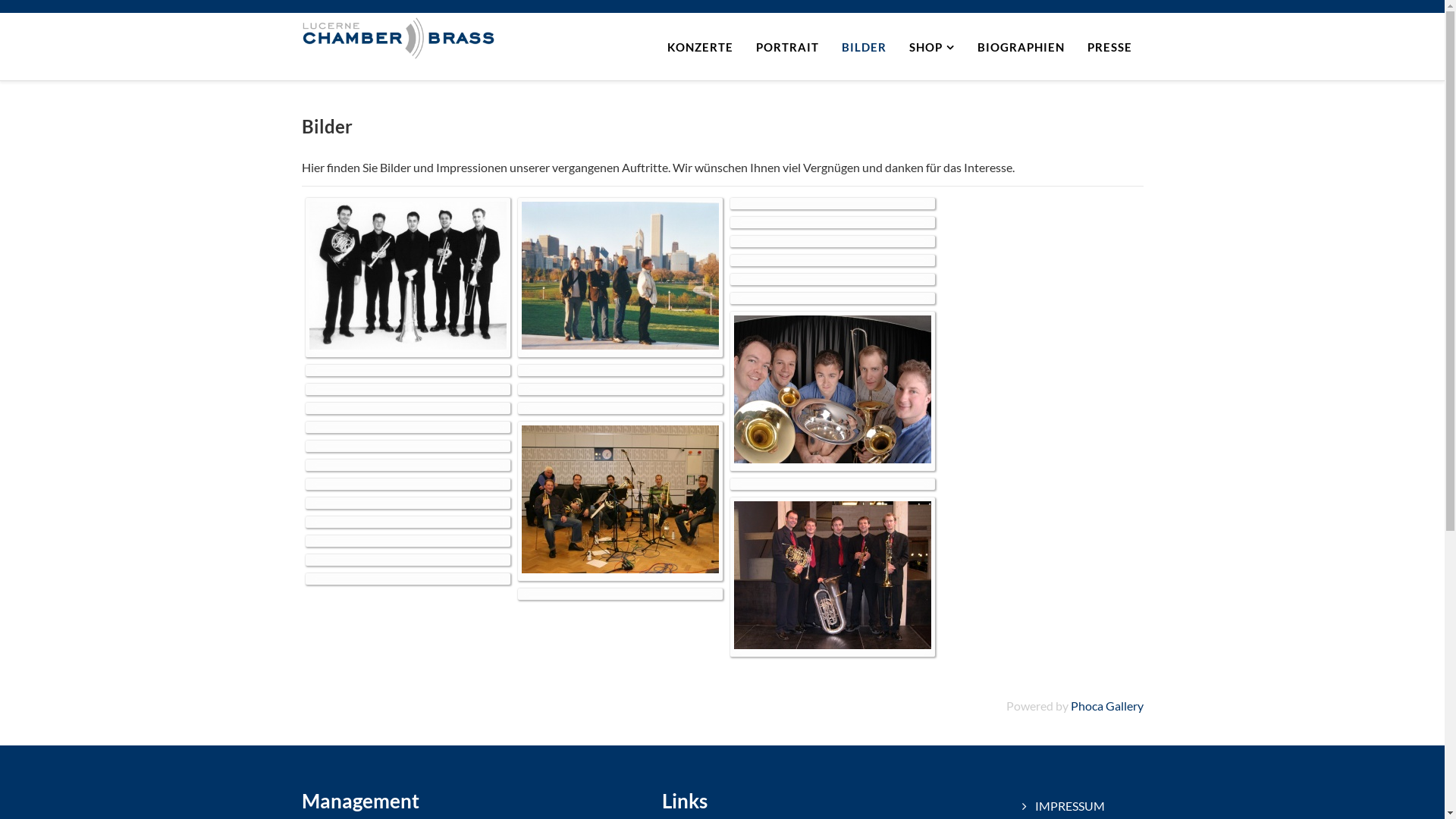  Describe the element at coordinates (655, 45) in the screenshot. I see `'KONZERTE'` at that location.